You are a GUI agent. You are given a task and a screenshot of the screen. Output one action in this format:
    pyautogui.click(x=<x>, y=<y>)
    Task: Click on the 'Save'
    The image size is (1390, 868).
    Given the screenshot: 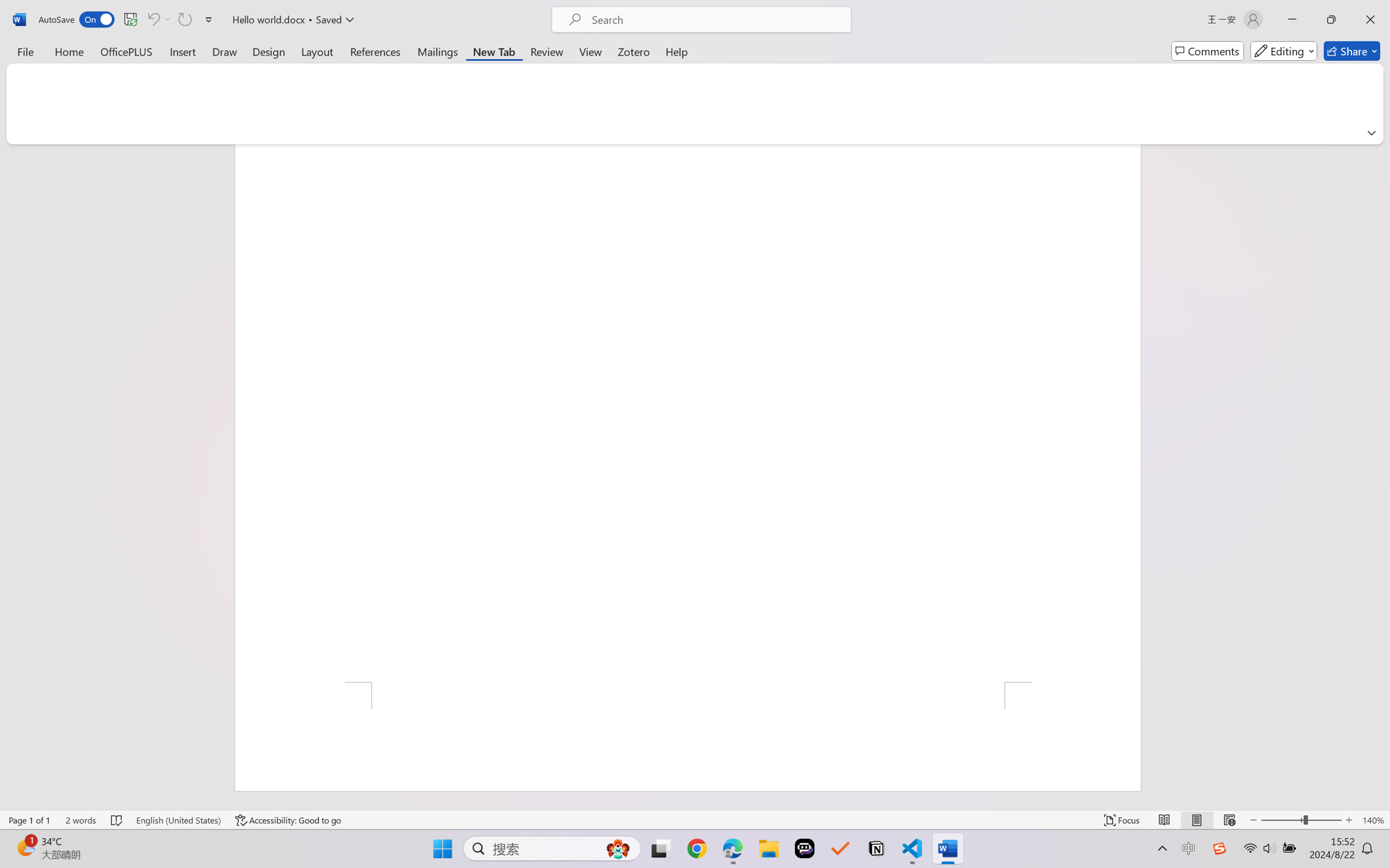 What is the action you would take?
    pyautogui.click(x=130, y=19)
    